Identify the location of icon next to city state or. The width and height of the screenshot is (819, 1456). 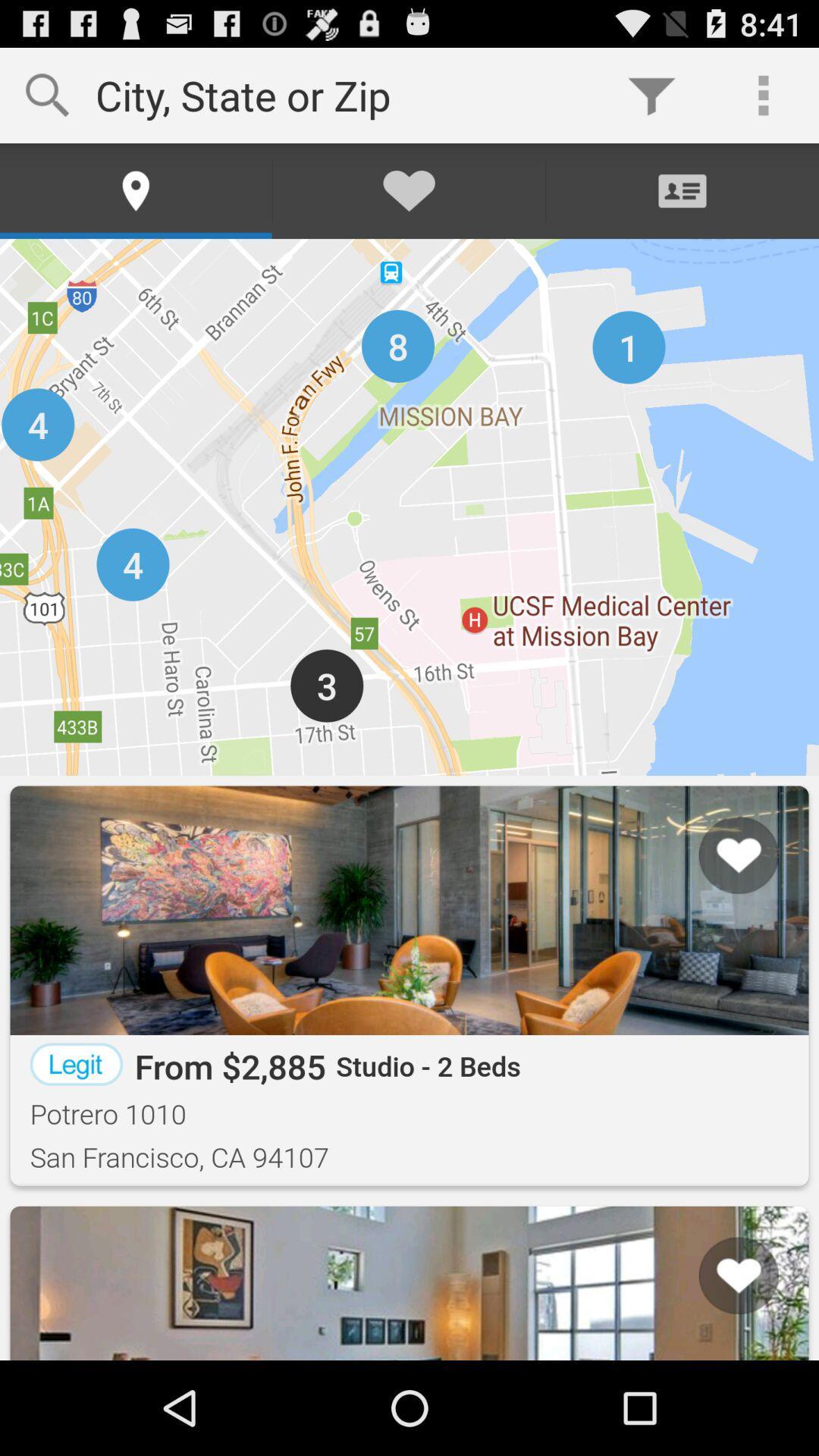
(651, 94).